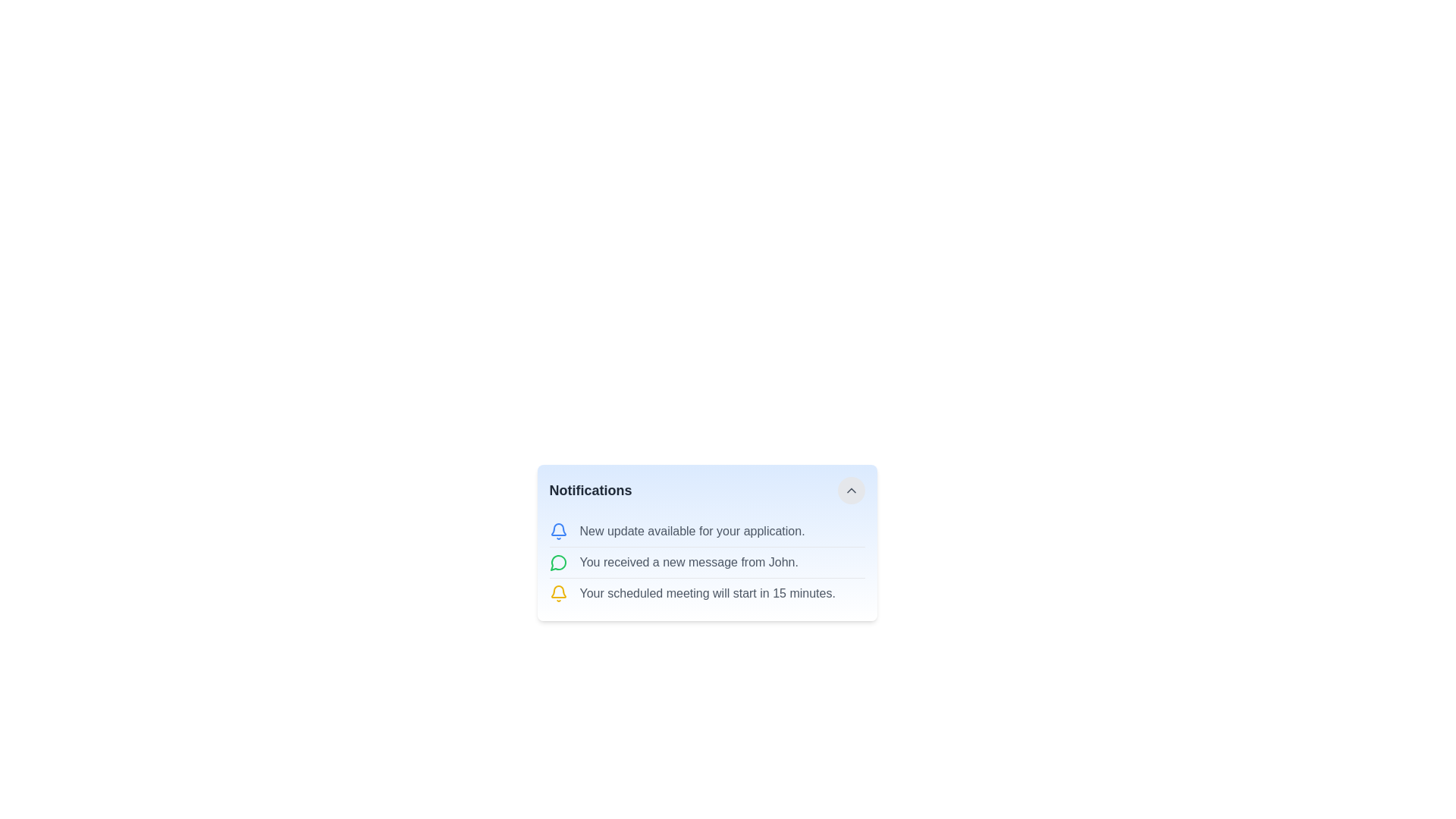 This screenshot has width=1456, height=819. Describe the element at coordinates (706, 592) in the screenshot. I see `notification content that displays 'Your scheduled meeting will start in 15 minutes.' from the notification panel, which includes a yellow bell icon and gray styled text` at that location.